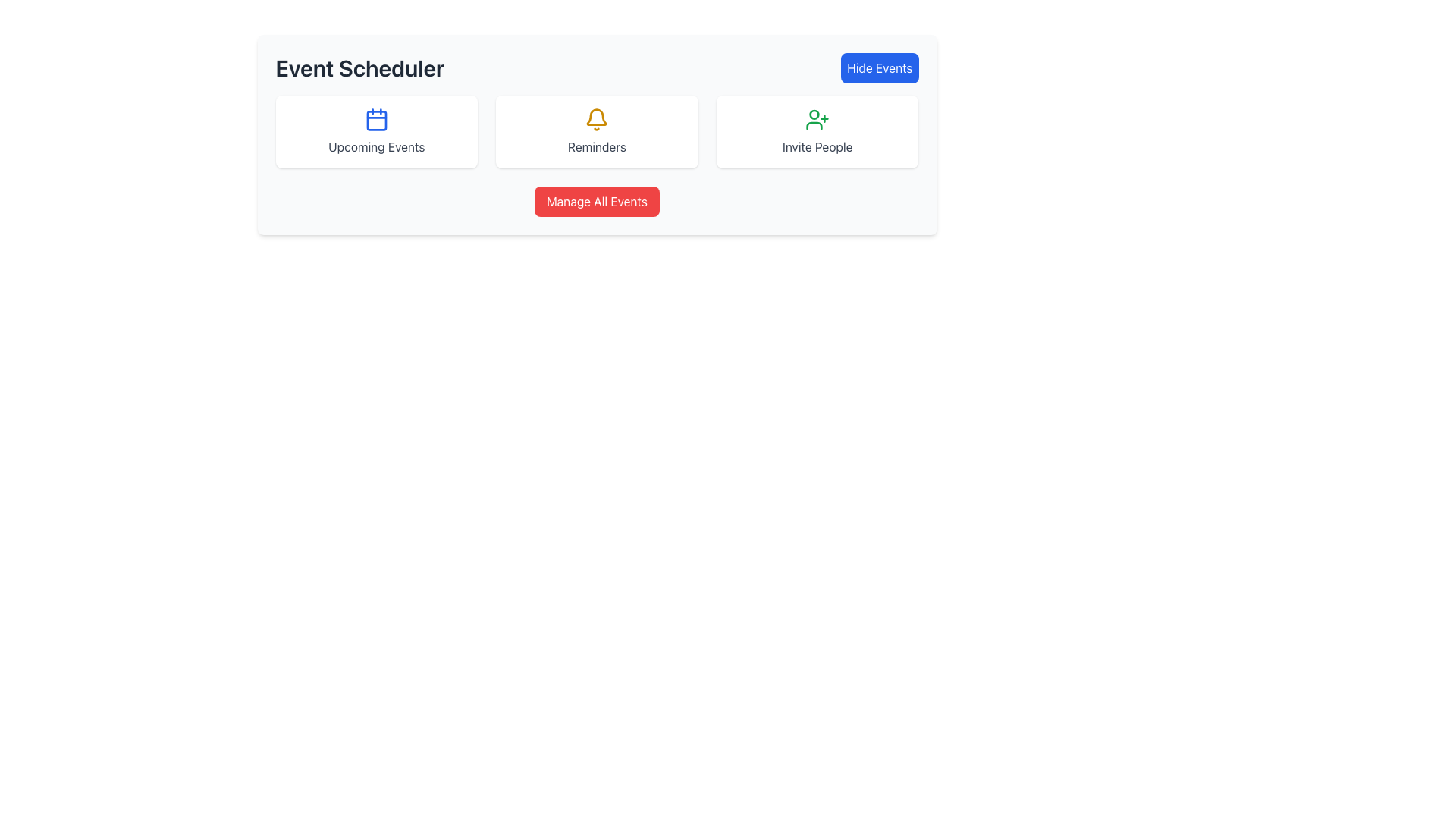 This screenshot has height=819, width=1456. What do you see at coordinates (596, 116) in the screenshot?
I see `the gold bell icon in the reminders panel of the Event Scheduler, which is located centrally between the 'Upcoming Events' and 'Invite People' sections` at bounding box center [596, 116].